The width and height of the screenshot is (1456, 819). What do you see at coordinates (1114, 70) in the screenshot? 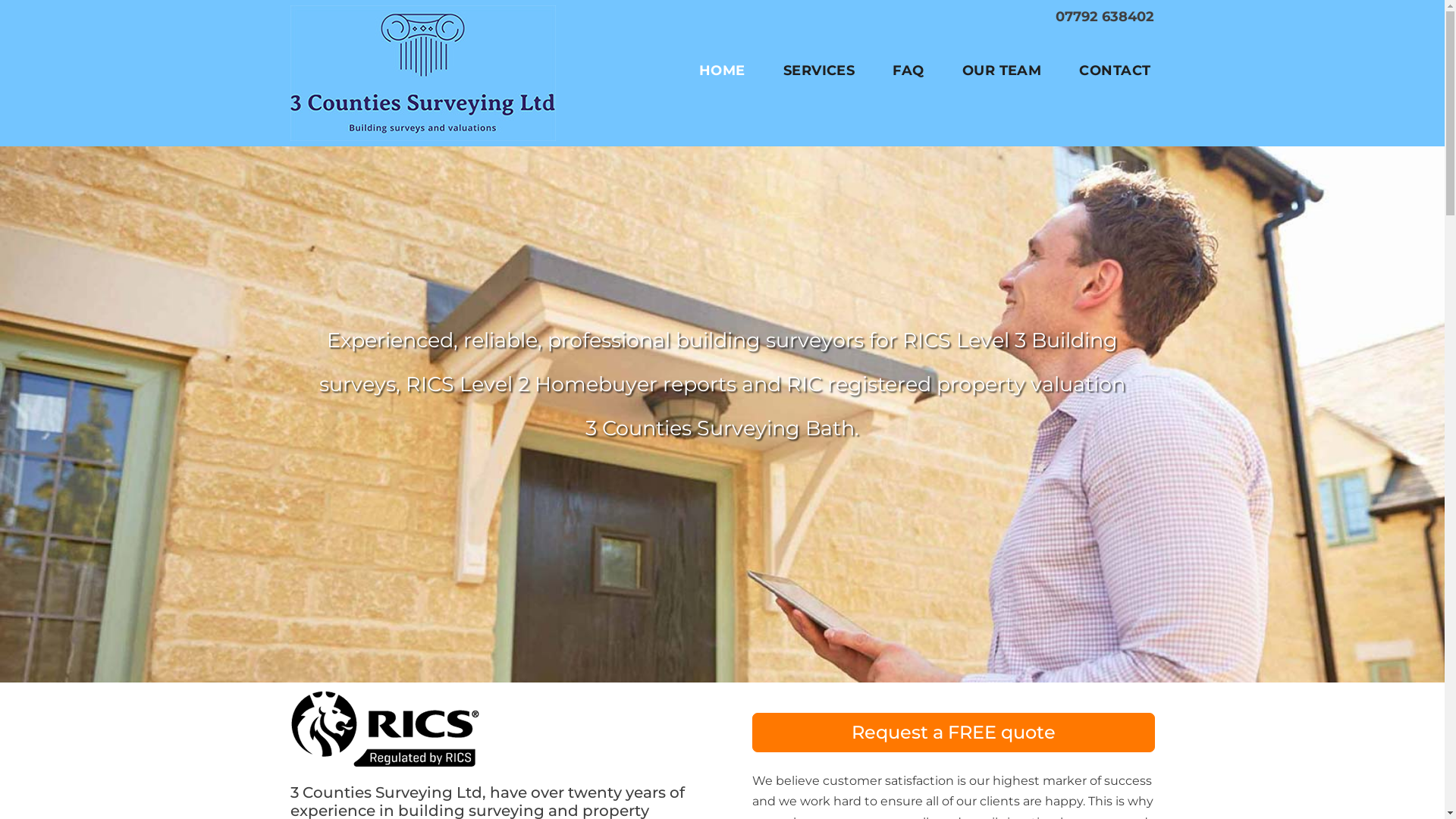
I see `'CONTACT'` at bounding box center [1114, 70].